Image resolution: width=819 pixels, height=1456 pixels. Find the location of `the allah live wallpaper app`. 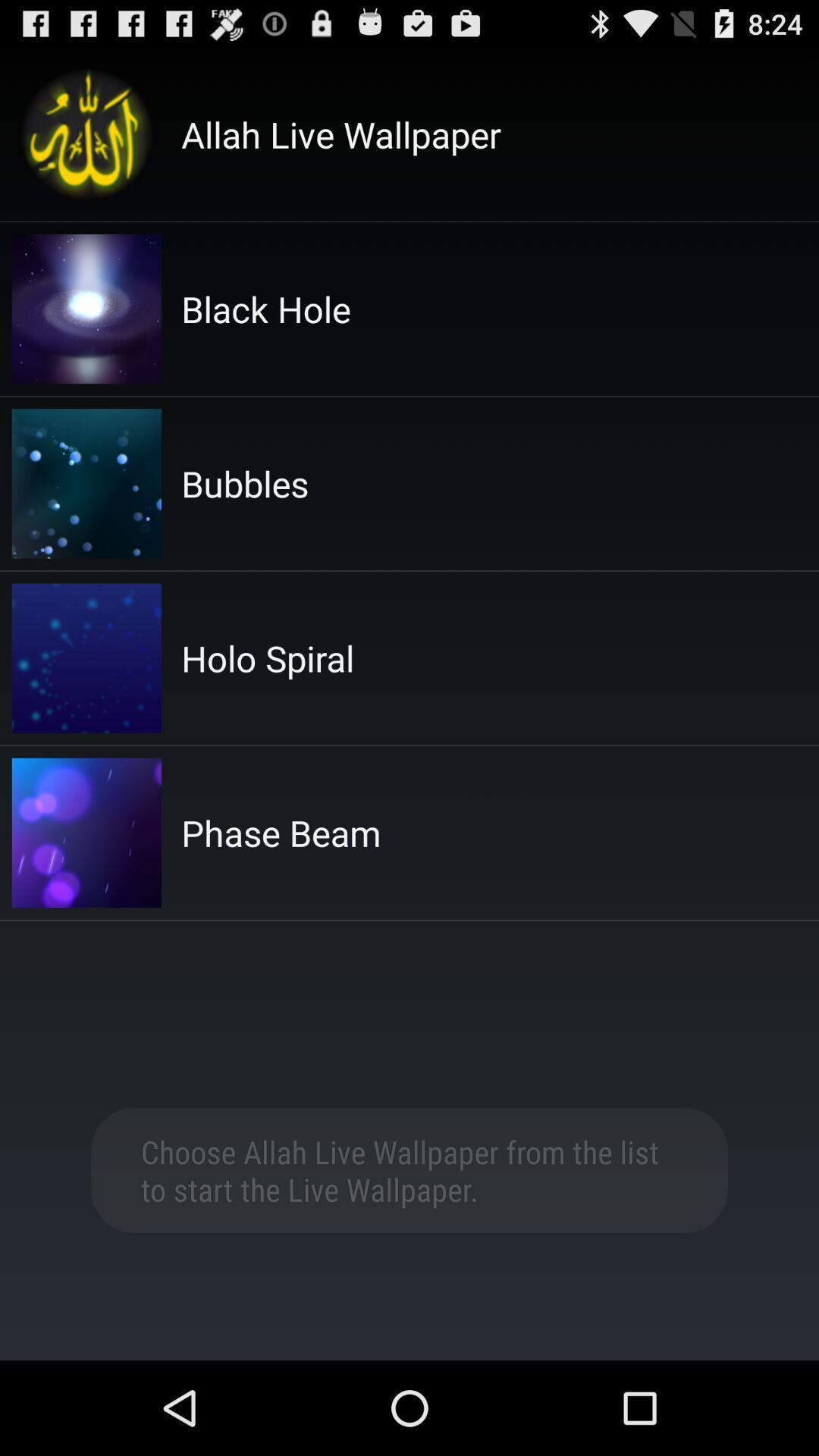

the allah live wallpaper app is located at coordinates (341, 134).